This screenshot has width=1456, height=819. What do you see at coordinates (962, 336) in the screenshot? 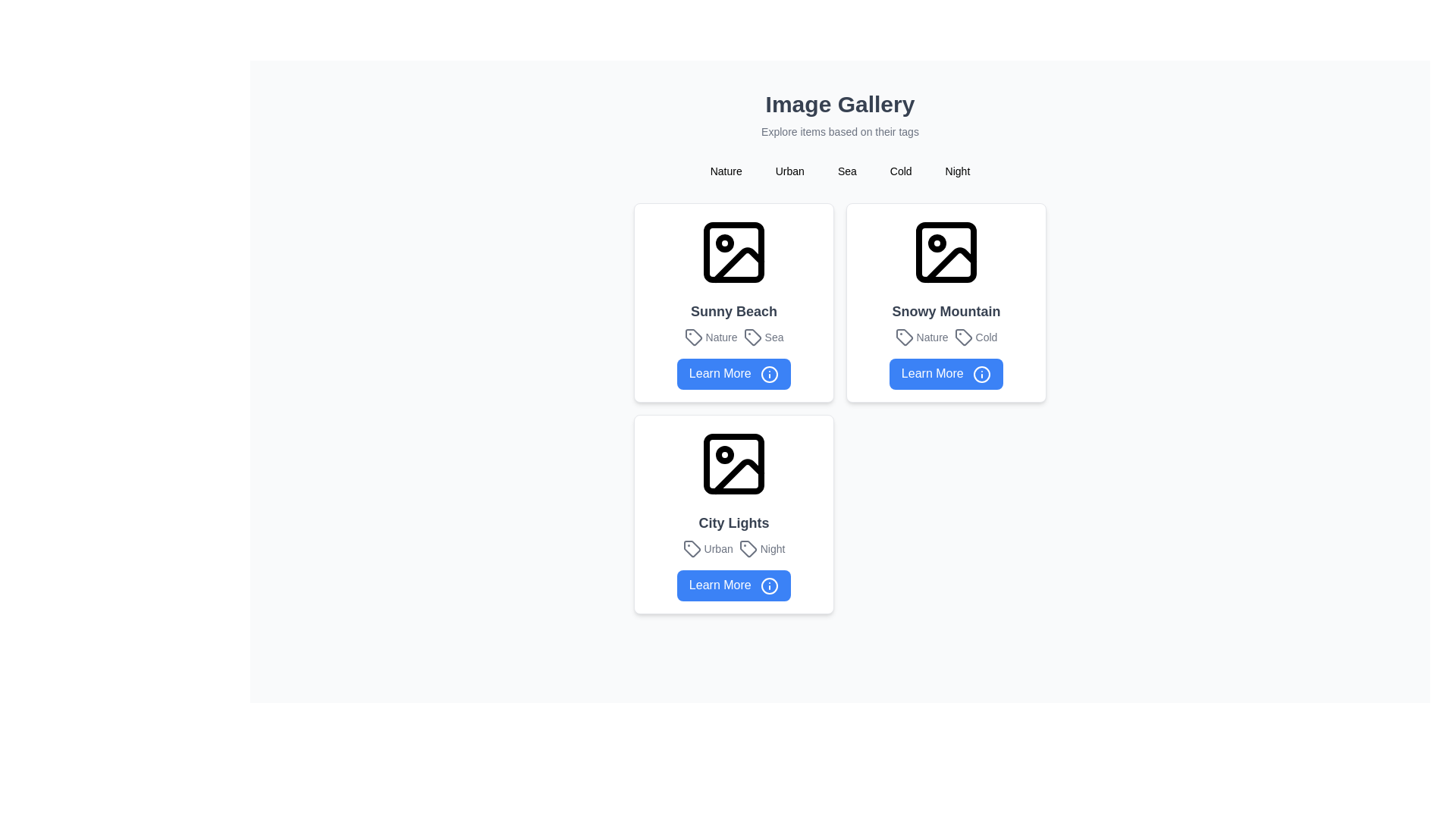
I see `the decorative 'Cold' tag icon located within the 'Snowy Mountain' card, positioned below its title and beside the 'Nature' tag to trigger possible visual effects` at bounding box center [962, 336].